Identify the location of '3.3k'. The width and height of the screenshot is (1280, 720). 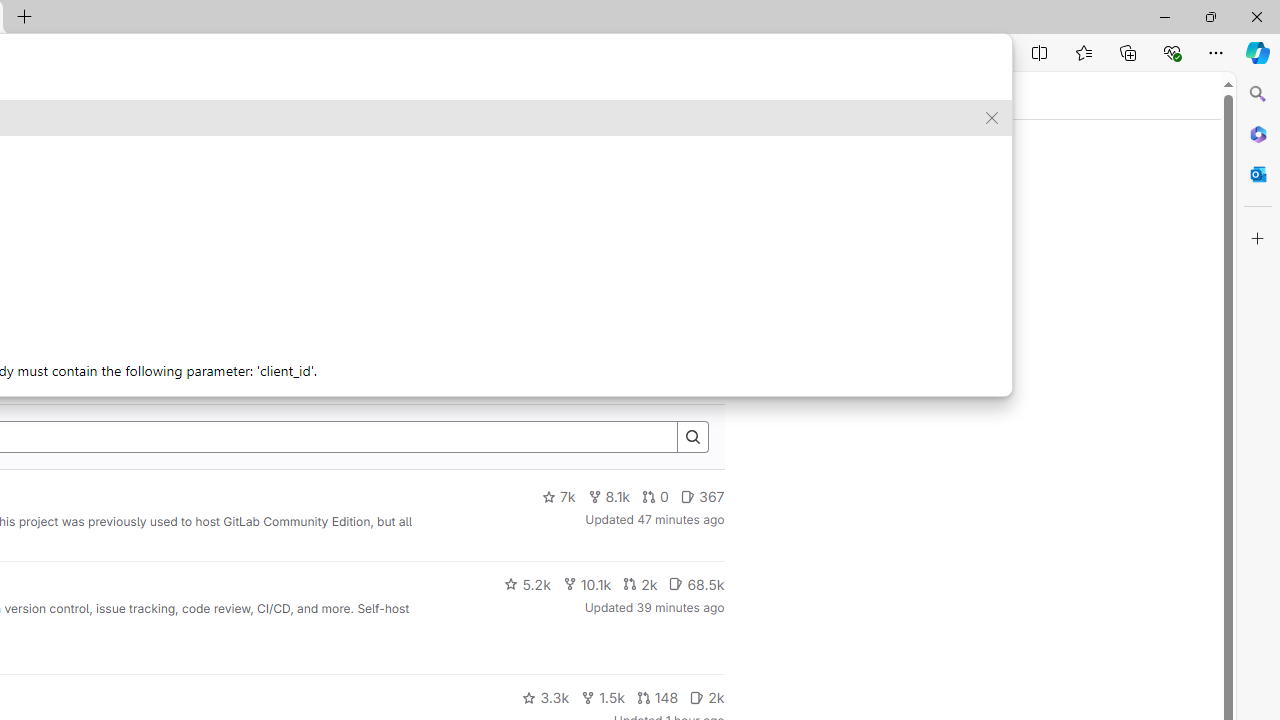
(545, 697).